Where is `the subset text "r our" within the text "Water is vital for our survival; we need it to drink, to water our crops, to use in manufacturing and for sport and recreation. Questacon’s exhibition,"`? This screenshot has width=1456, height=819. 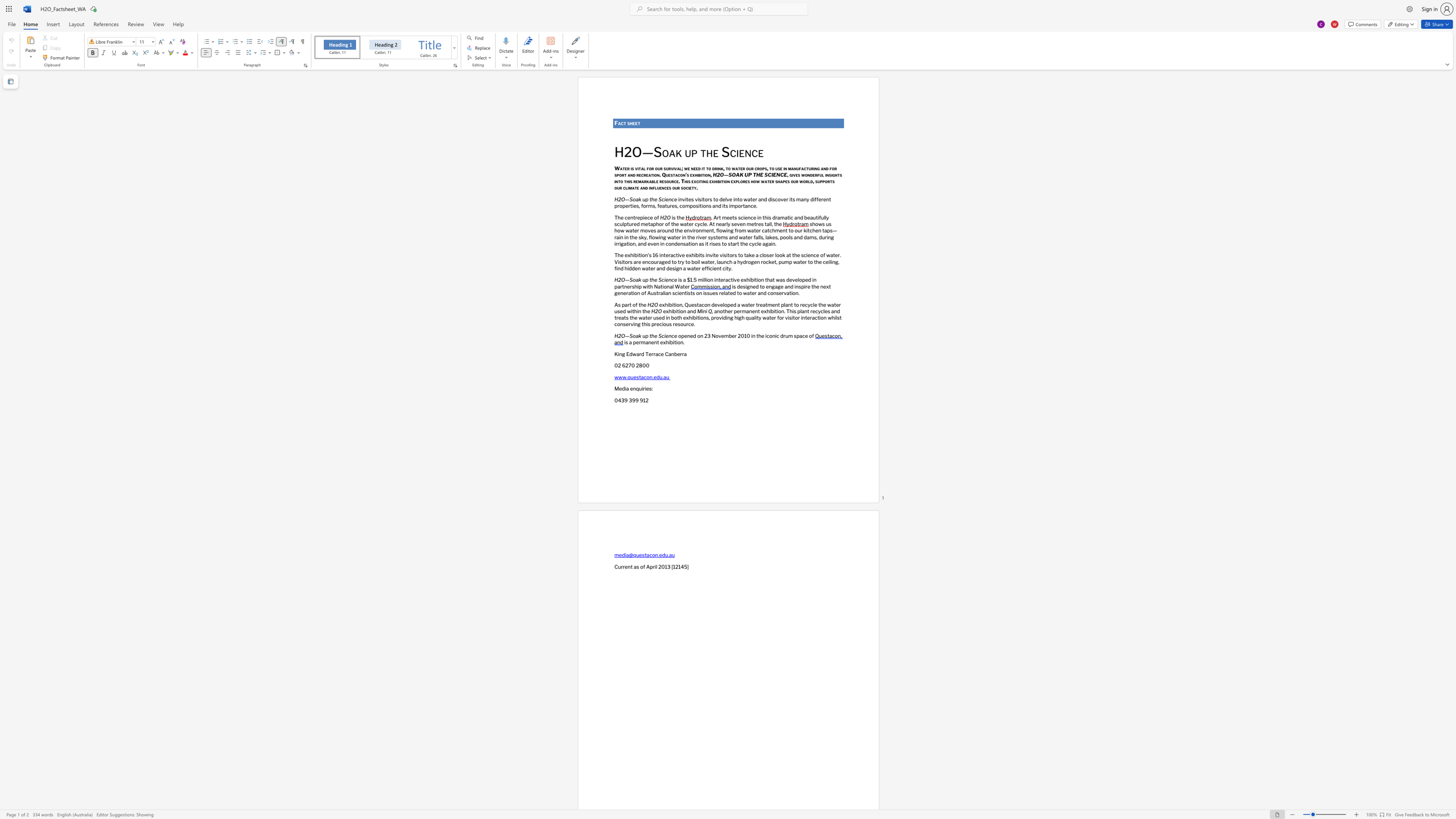 the subset text "r our" within the text "Water is vital for our survival; we need it to drink, to water our crops, to use in manufacturing and for sport and recreation. Questacon’s exhibition," is located at coordinates (742, 168).